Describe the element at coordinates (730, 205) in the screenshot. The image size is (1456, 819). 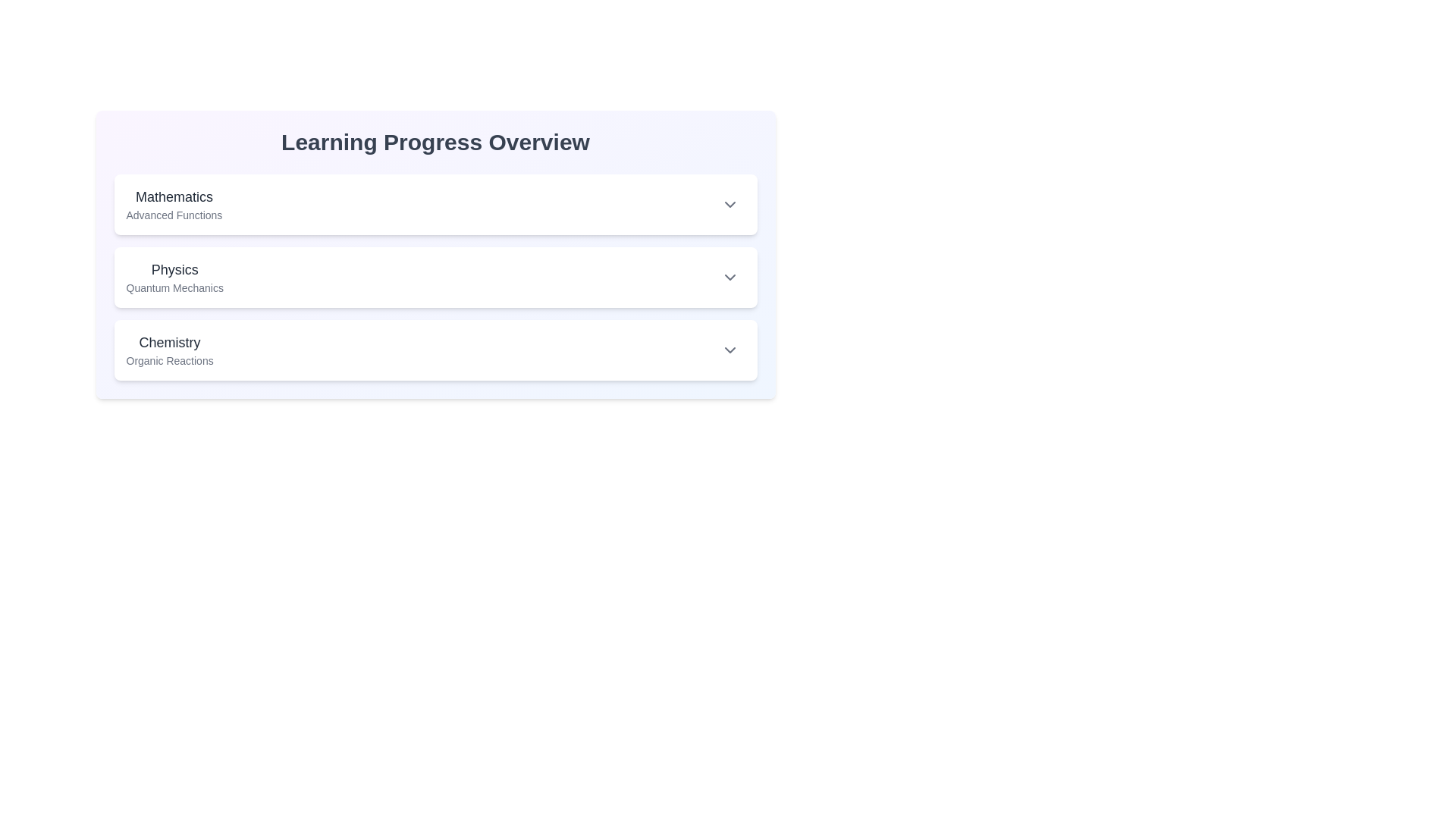
I see `the downward-facing chevron button in the top right corner of the 'Mathematics' section card` at that location.